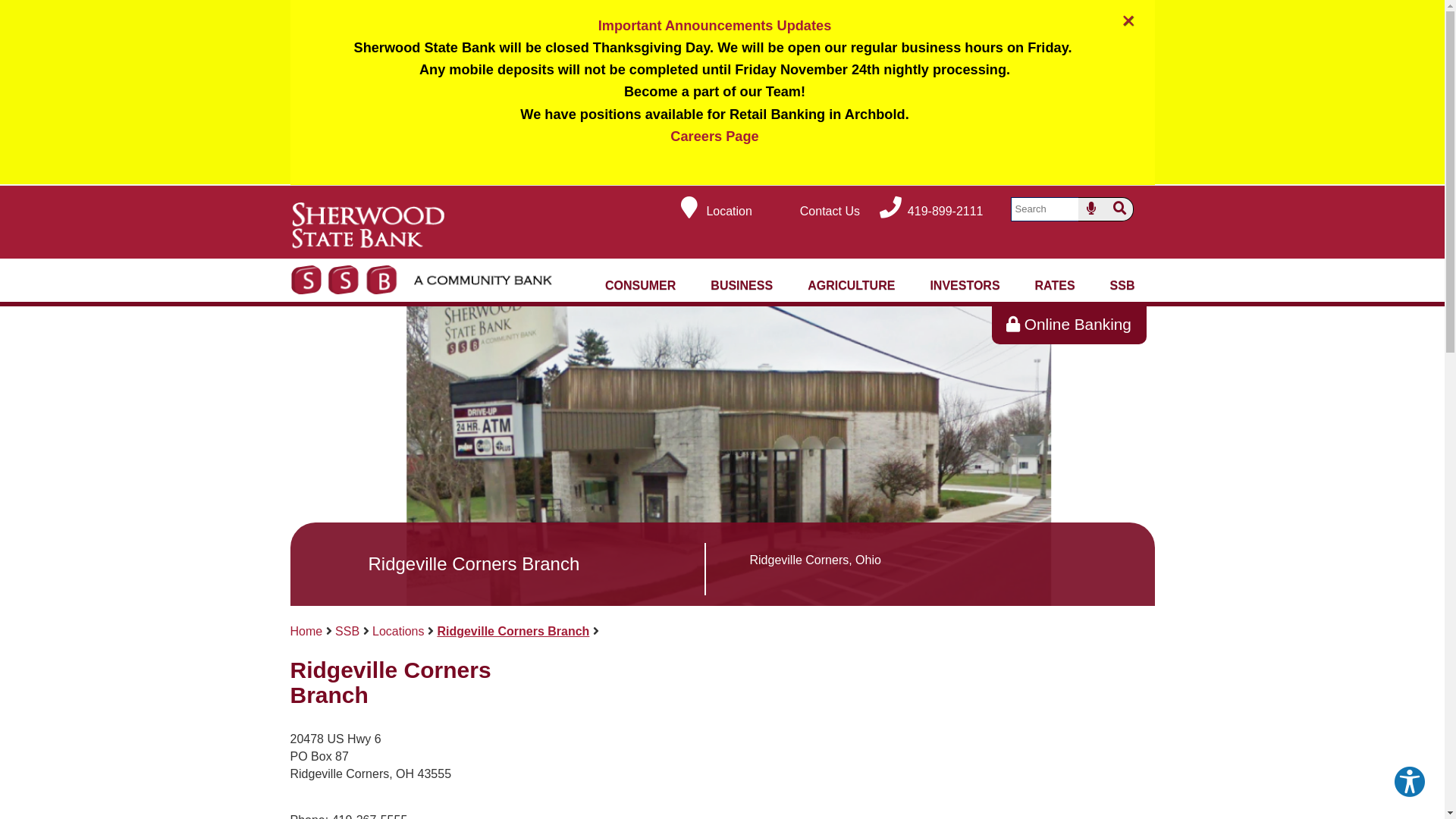 This screenshot has width=1456, height=819. What do you see at coordinates (768, 211) in the screenshot?
I see `'Contact Us'` at bounding box center [768, 211].